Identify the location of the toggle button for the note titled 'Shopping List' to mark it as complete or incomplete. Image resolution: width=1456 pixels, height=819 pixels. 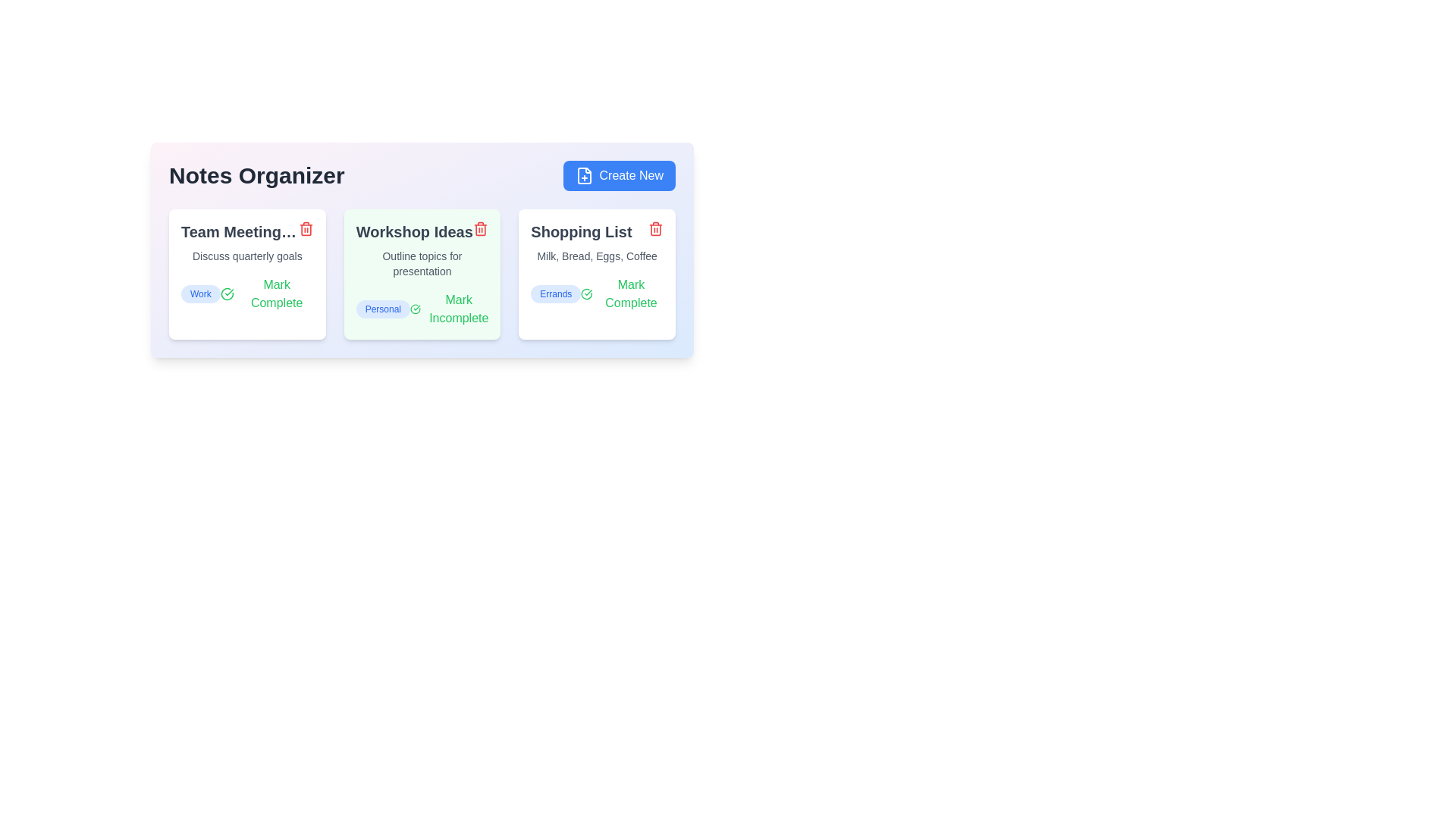
(622, 294).